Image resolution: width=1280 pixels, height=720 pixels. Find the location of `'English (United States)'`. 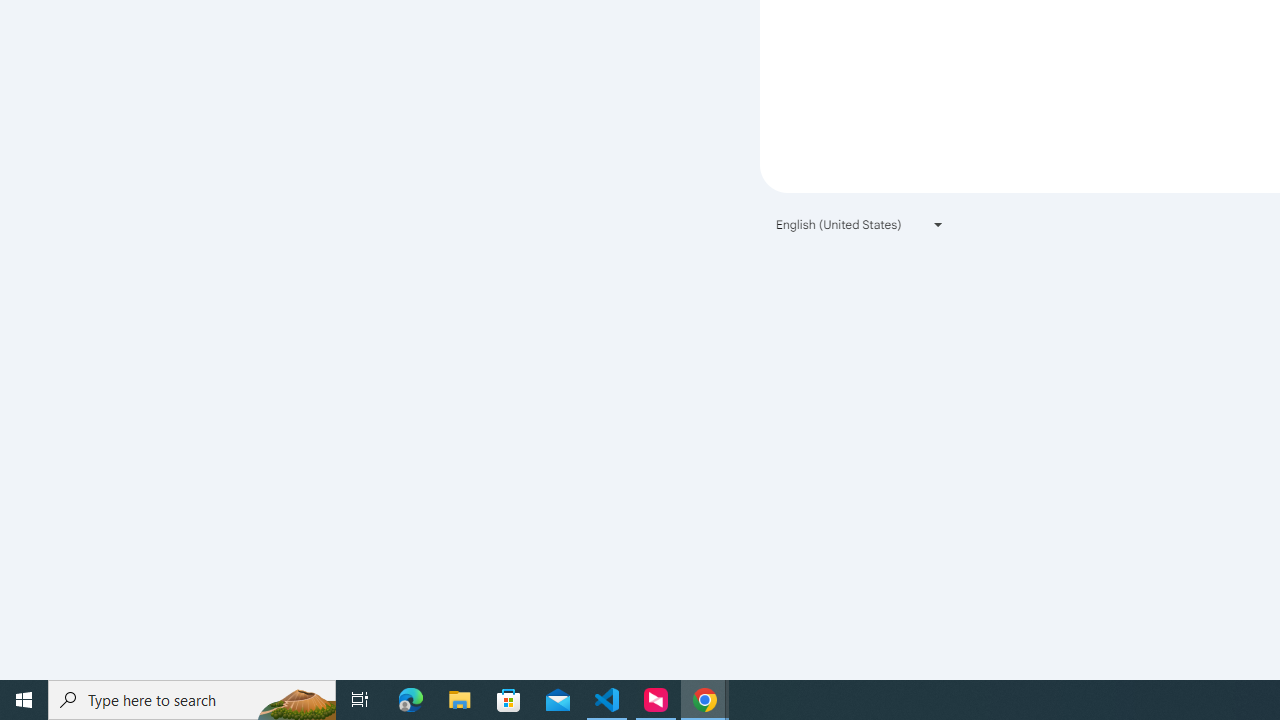

'English (United States)' is located at coordinates (860, 224).